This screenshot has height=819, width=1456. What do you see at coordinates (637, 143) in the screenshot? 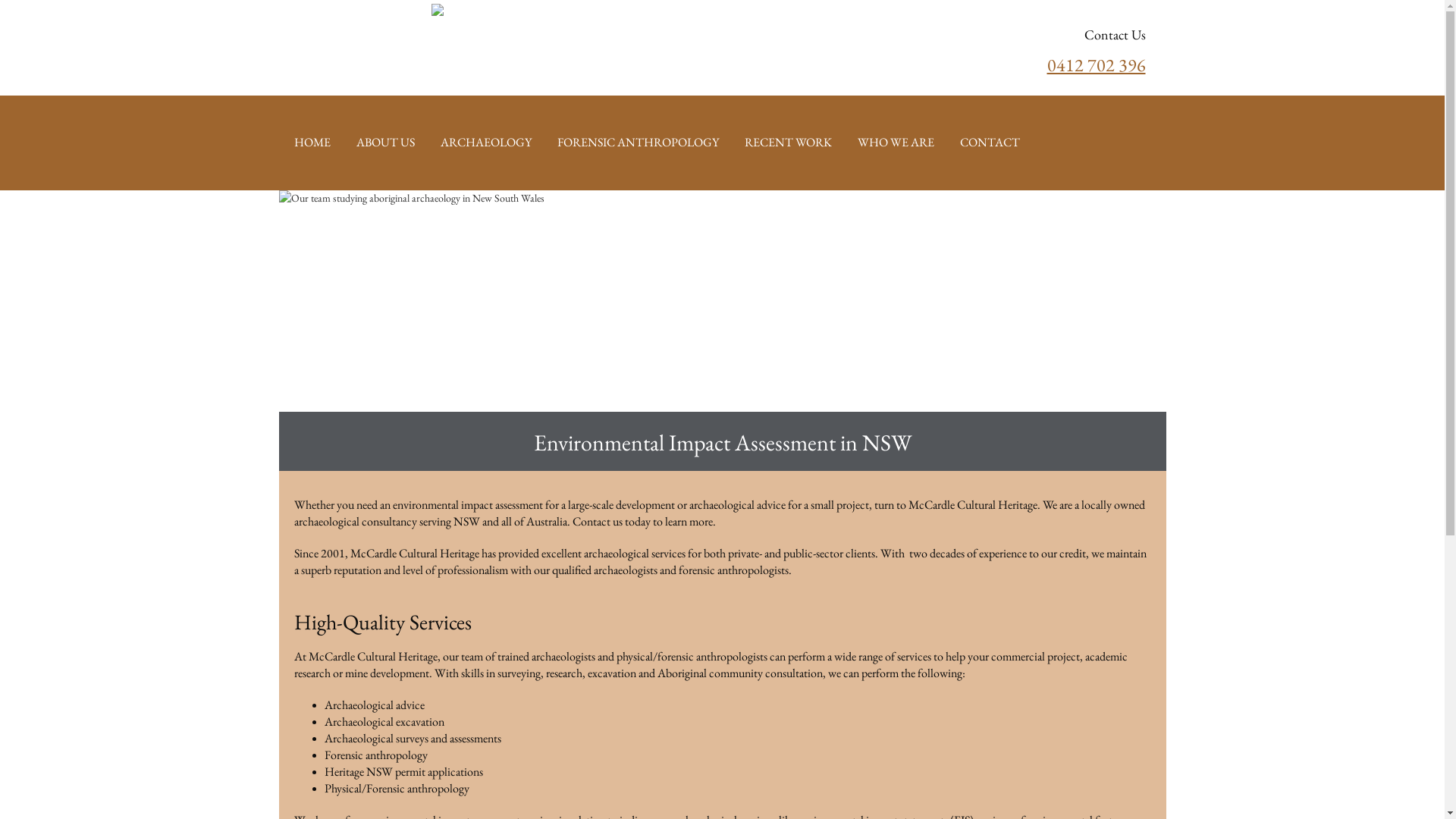
I see `'FORENSIC ANTHROPOLOGY'` at bounding box center [637, 143].